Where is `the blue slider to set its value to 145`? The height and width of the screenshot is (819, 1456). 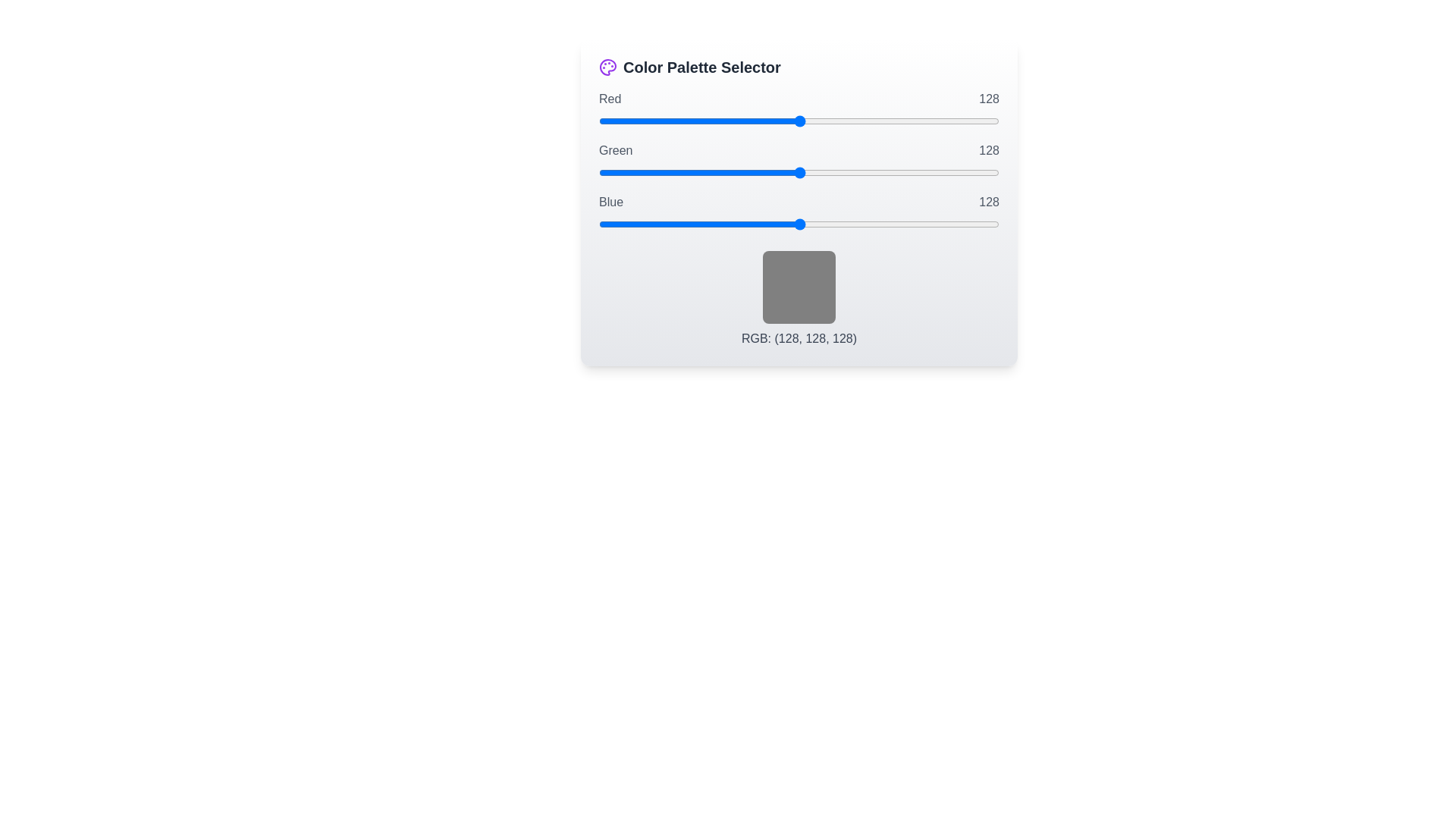
the blue slider to set its value to 145 is located at coordinates (826, 224).